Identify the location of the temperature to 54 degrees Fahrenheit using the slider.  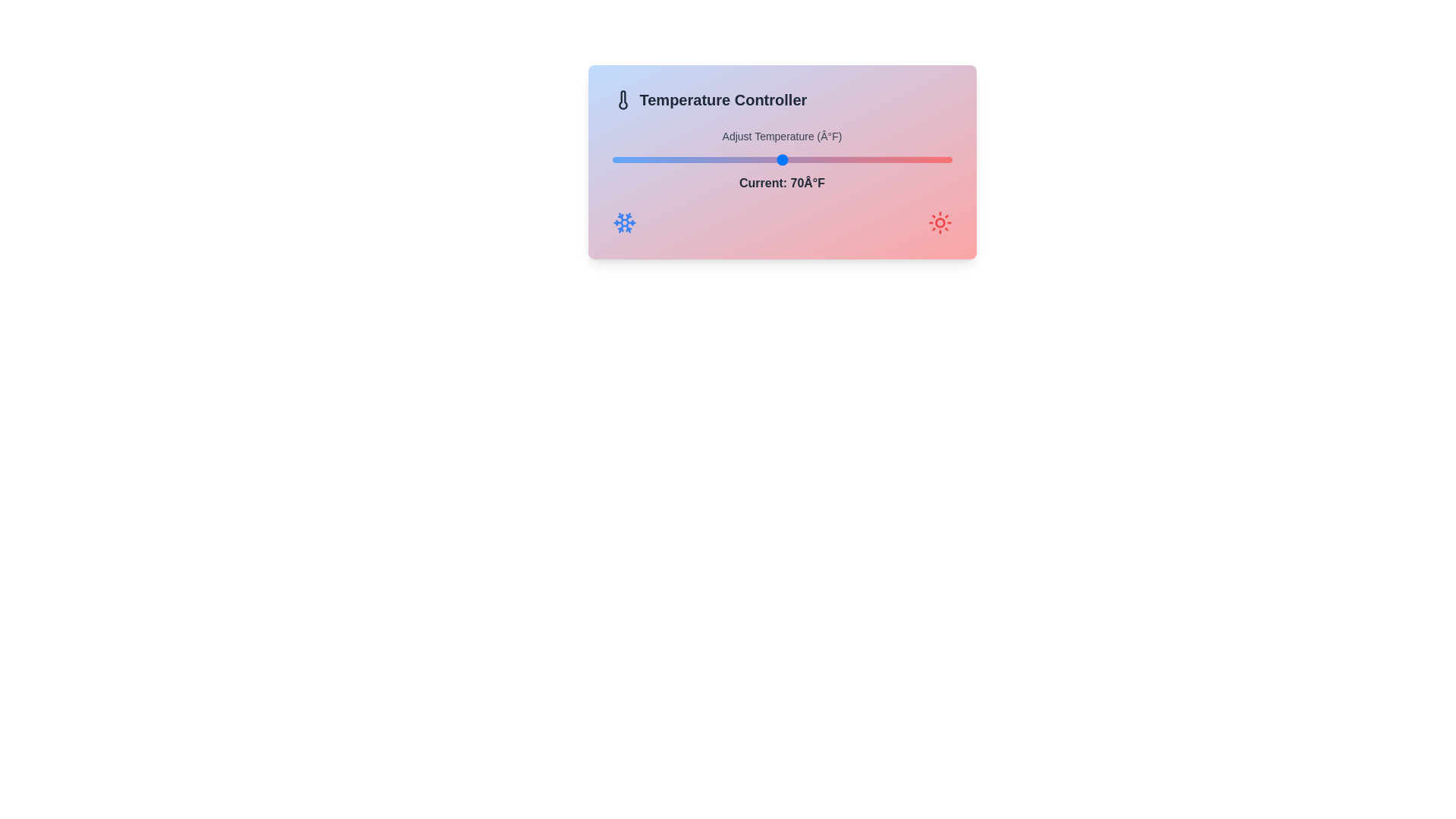
(646, 160).